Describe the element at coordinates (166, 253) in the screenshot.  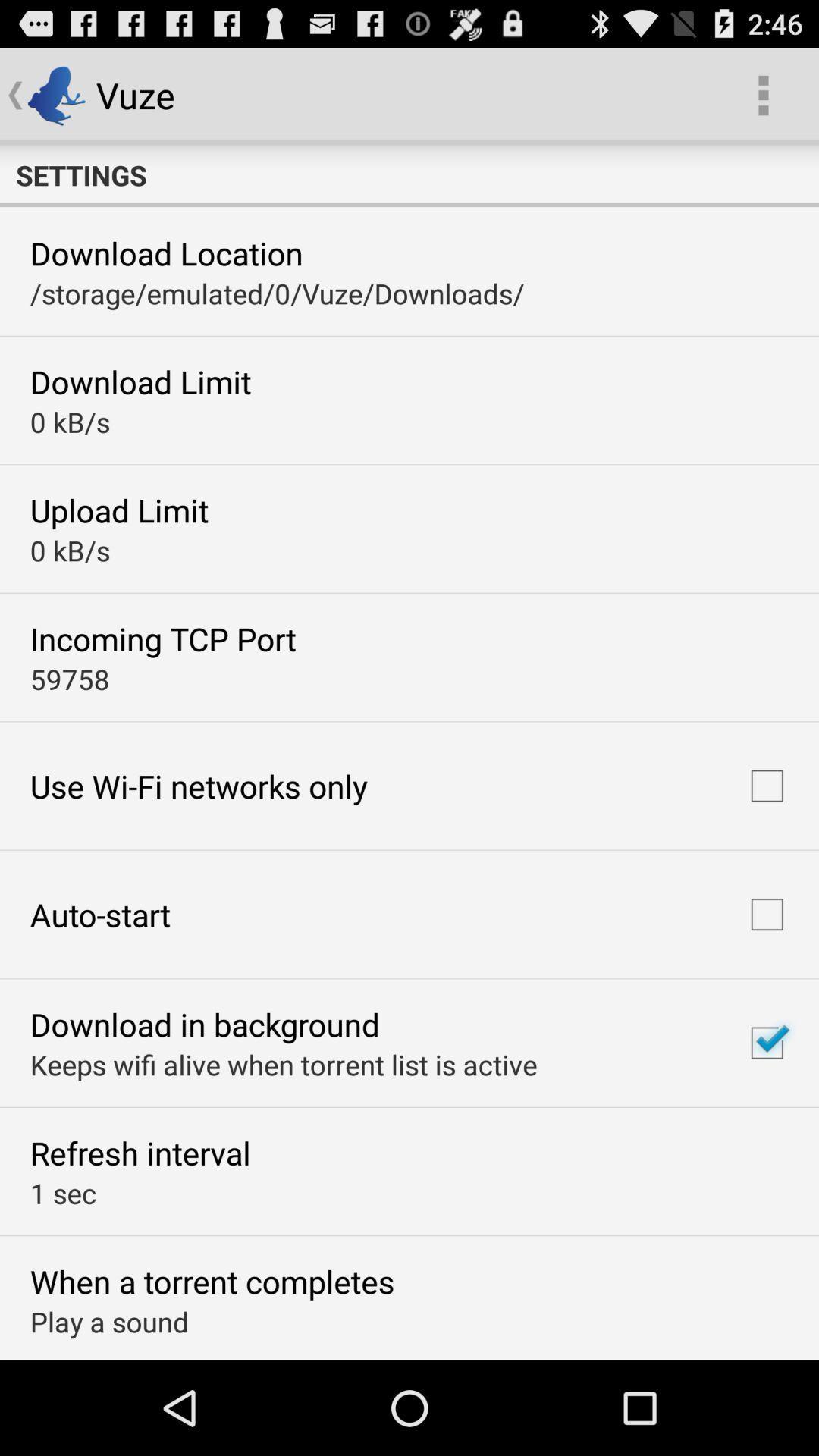
I see `the download location` at that location.